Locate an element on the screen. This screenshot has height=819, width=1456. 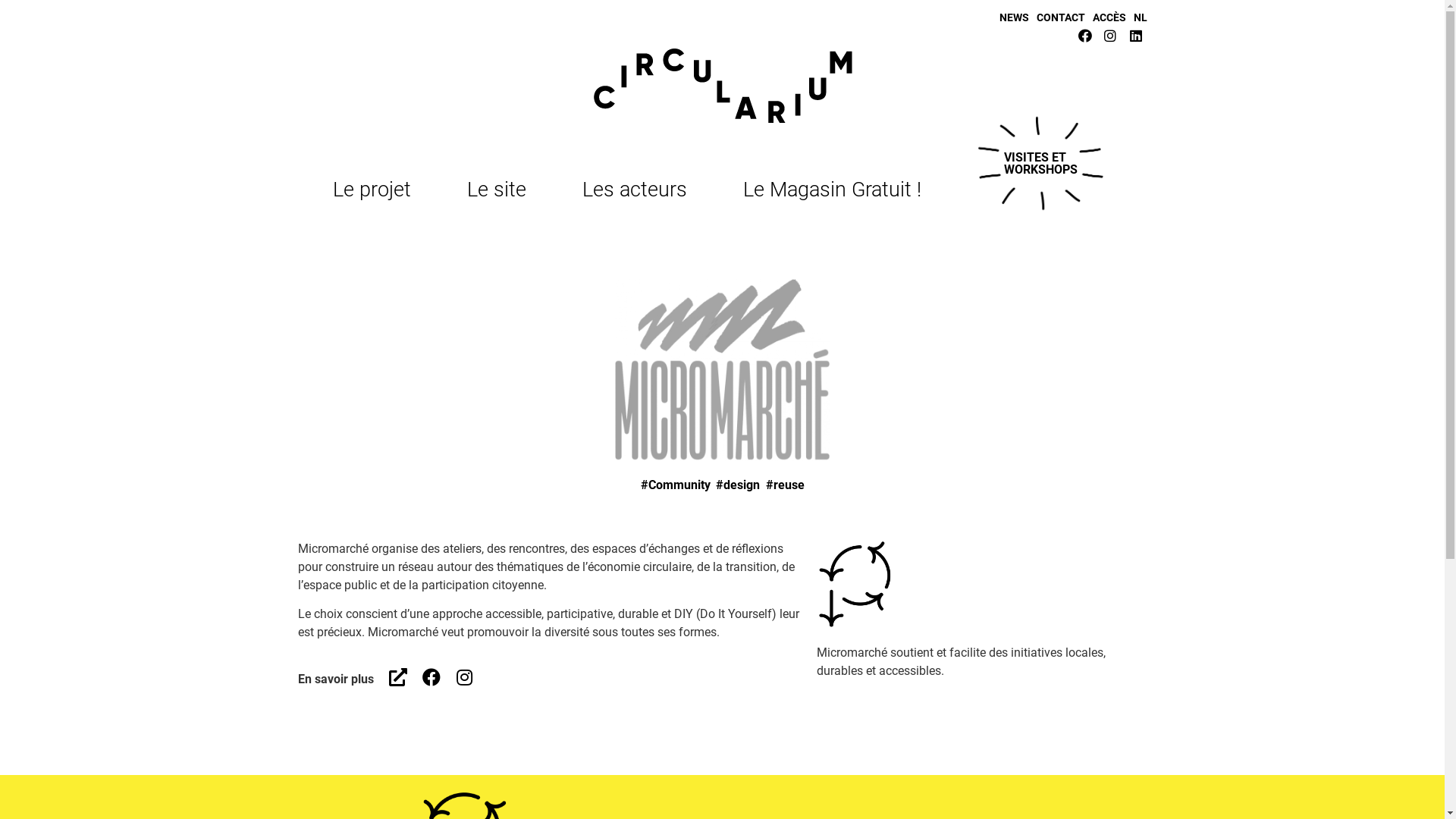
'Le Magasin Gratuit !' is located at coordinates (831, 189).